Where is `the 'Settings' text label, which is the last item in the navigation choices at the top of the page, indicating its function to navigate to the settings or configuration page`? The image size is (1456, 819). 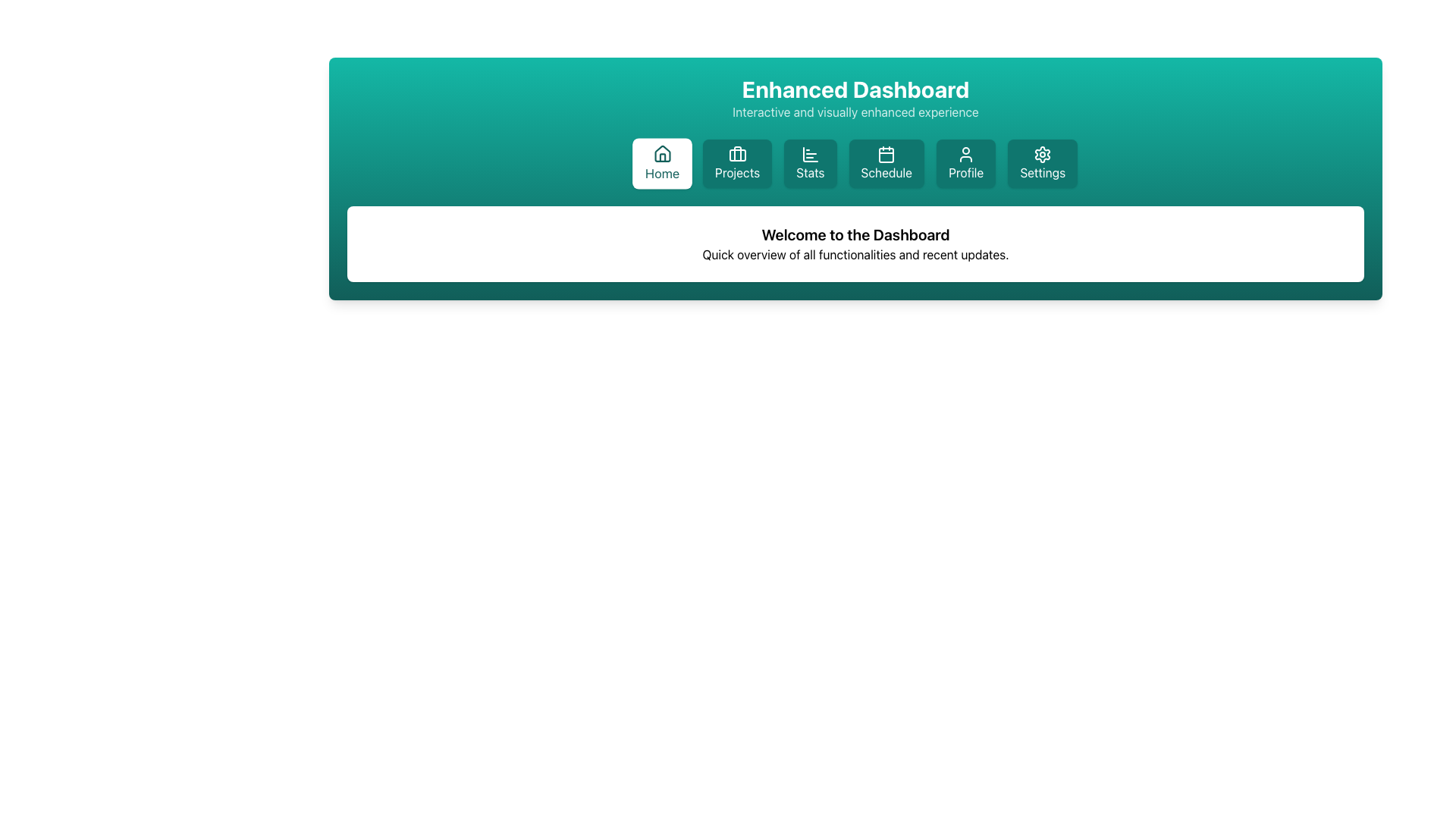
the 'Settings' text label, which is the last item in the navigation choices at the top of the page, indicating its function to navigate to the settings or configuration page is located at coordinates (1042, 171).